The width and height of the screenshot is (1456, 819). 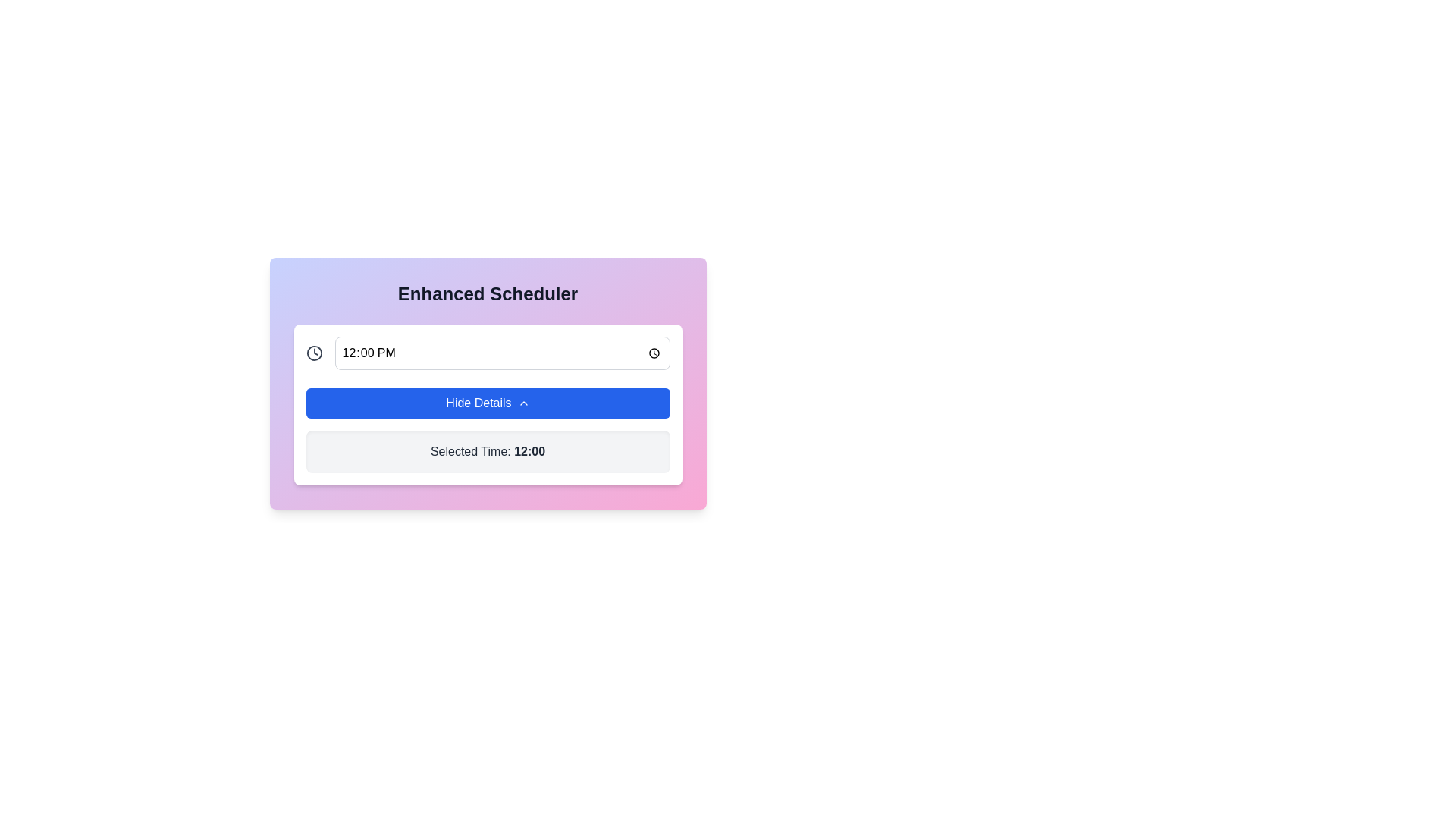 I want to click on text 'Enhanced Scheduler' from the bold header label that is centered at the top of a rounded-corner box with a gradient background, so click(x=488, y=294).